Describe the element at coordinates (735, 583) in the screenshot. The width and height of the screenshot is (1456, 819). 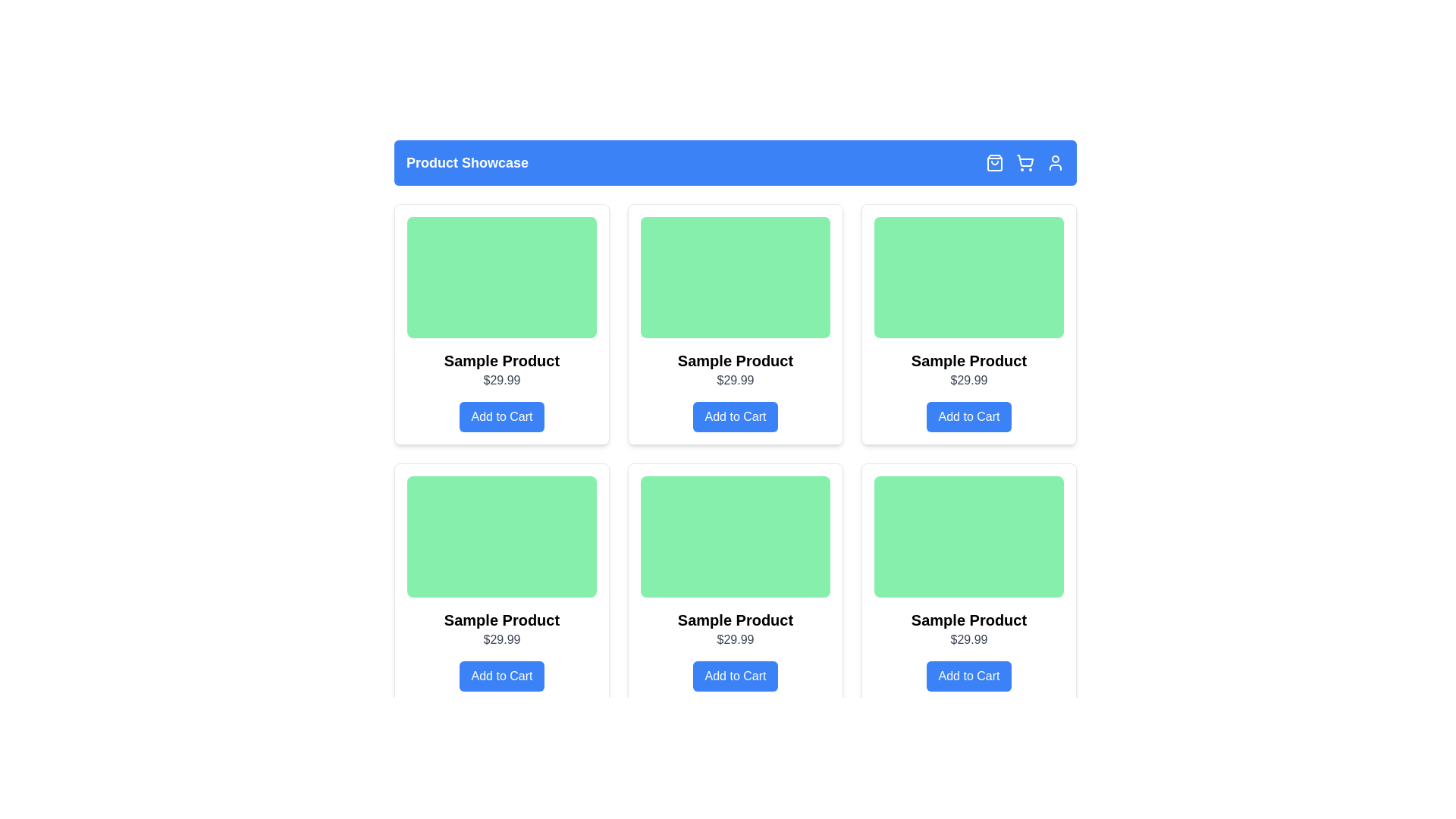
I see `inside the product card located in the second row and third column of the grid layout for selection` at that location.